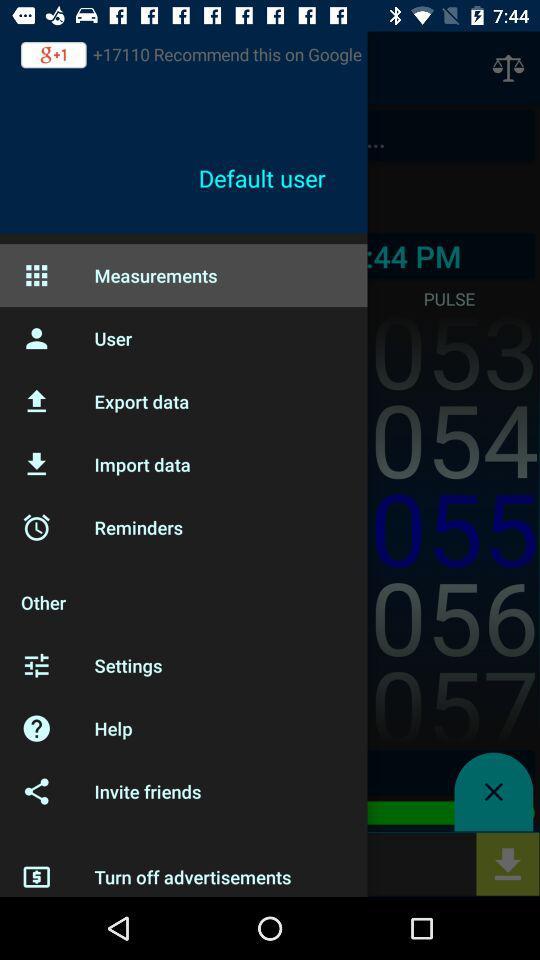  What do you see at coordinates (492, 792) in the screenshot?
I see `the close icon` at bounding box center [492, 792].